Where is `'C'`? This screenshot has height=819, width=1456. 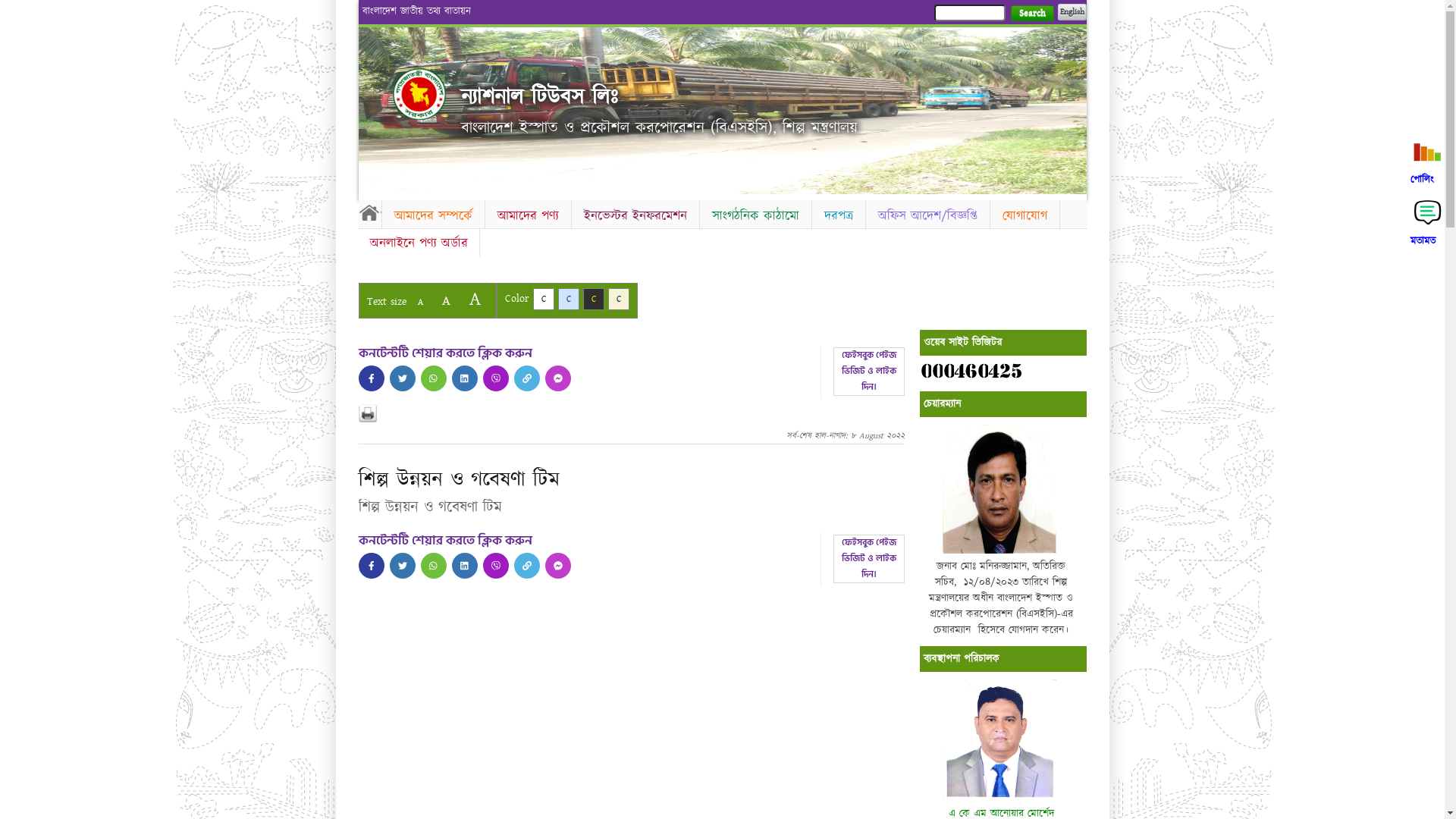
'C' is located at coordinates (542, 299).